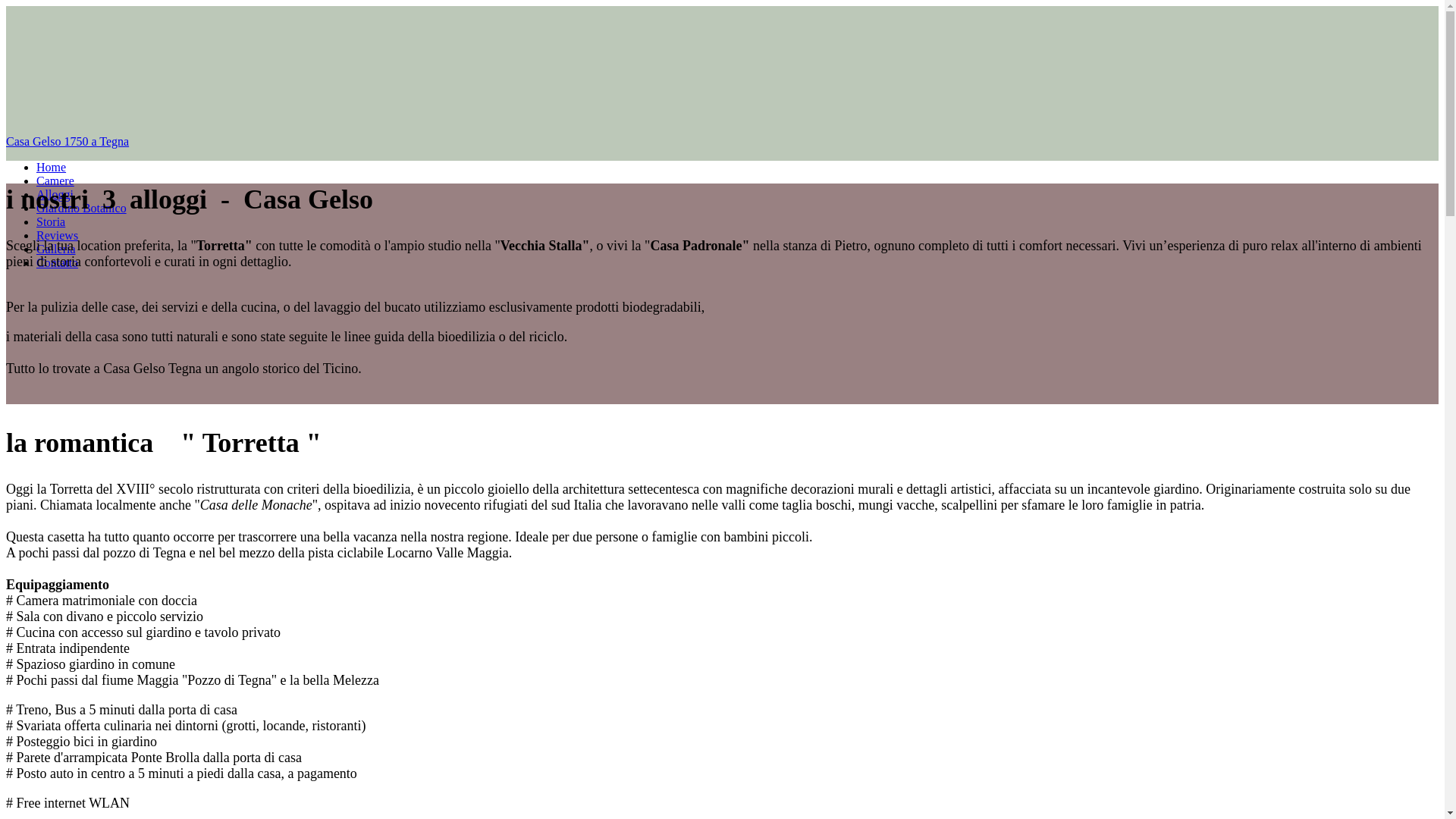 This screenshot has height=819, width=1456. I want to click on 'Storia', so click(51, 221).